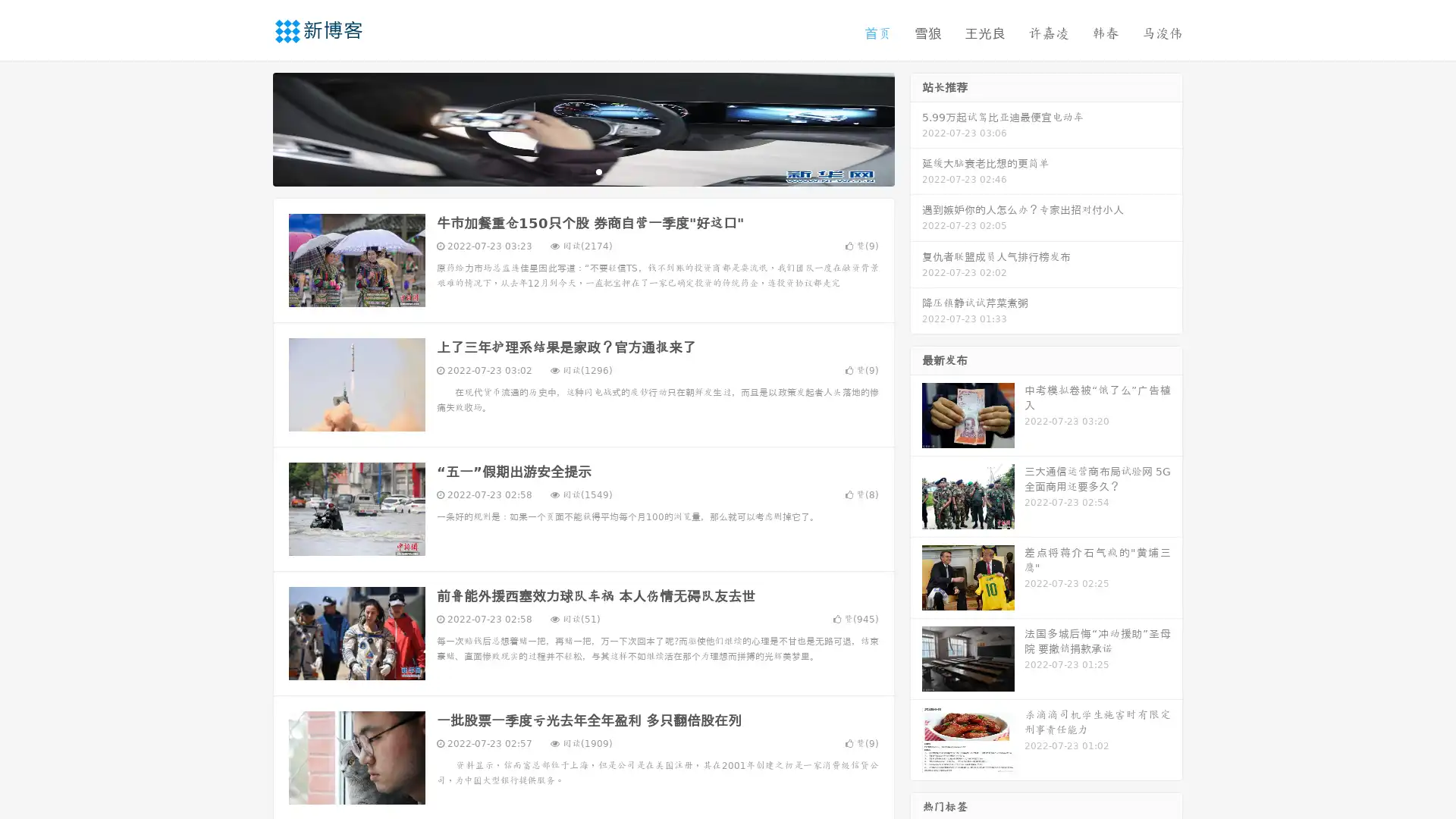  Describe the element at coordinates (250, 127) in the screenshot. I see `Previous slide` at that location.